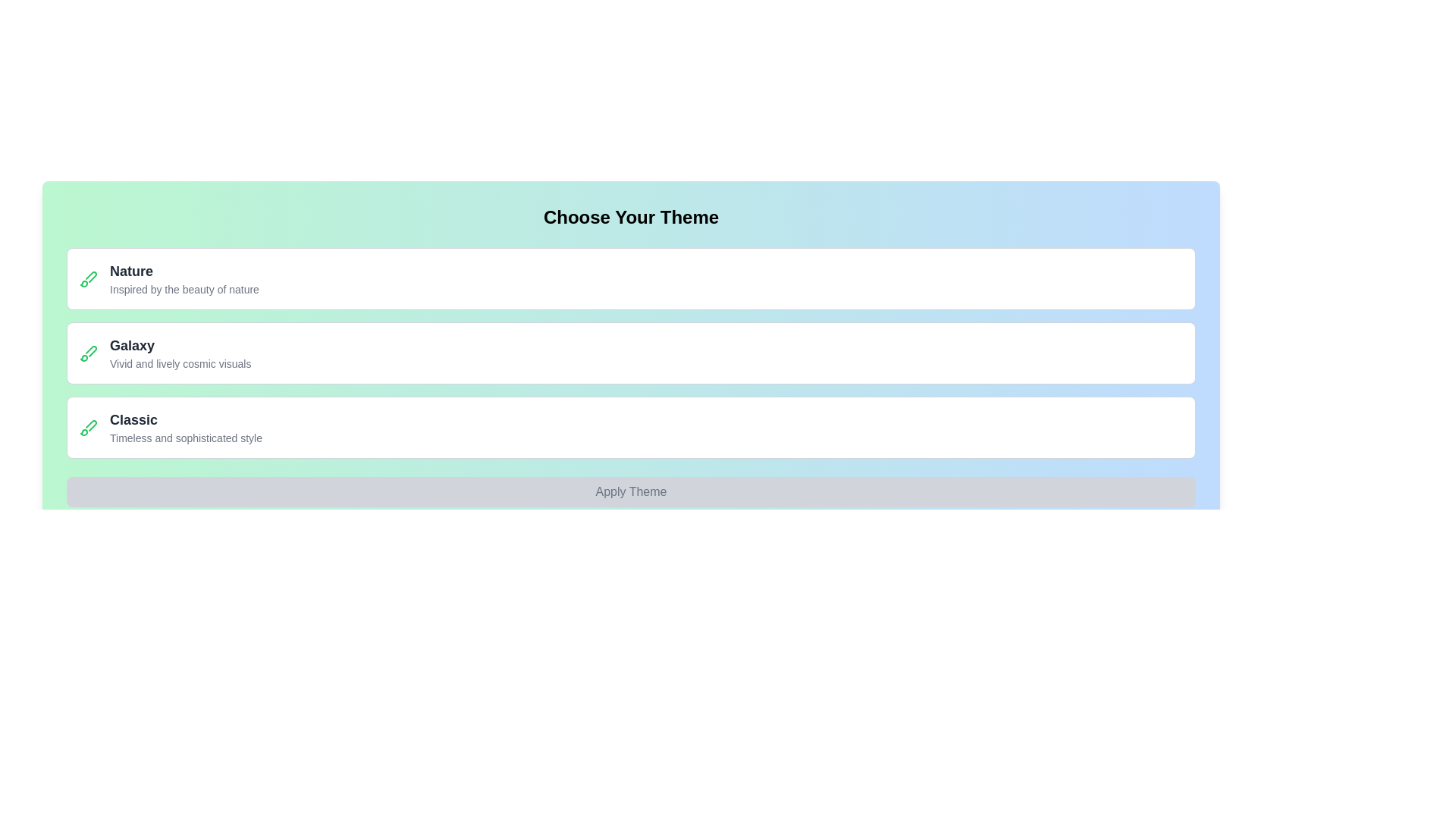 Image resolution: width=1456 pixels, height=819 pixels. Describe the element at coordinates (87, 427) in the screenshot. I see `the decorative icon on the left side of the 'Classic' option, which signifies the theme's artistic aspect` at that location.